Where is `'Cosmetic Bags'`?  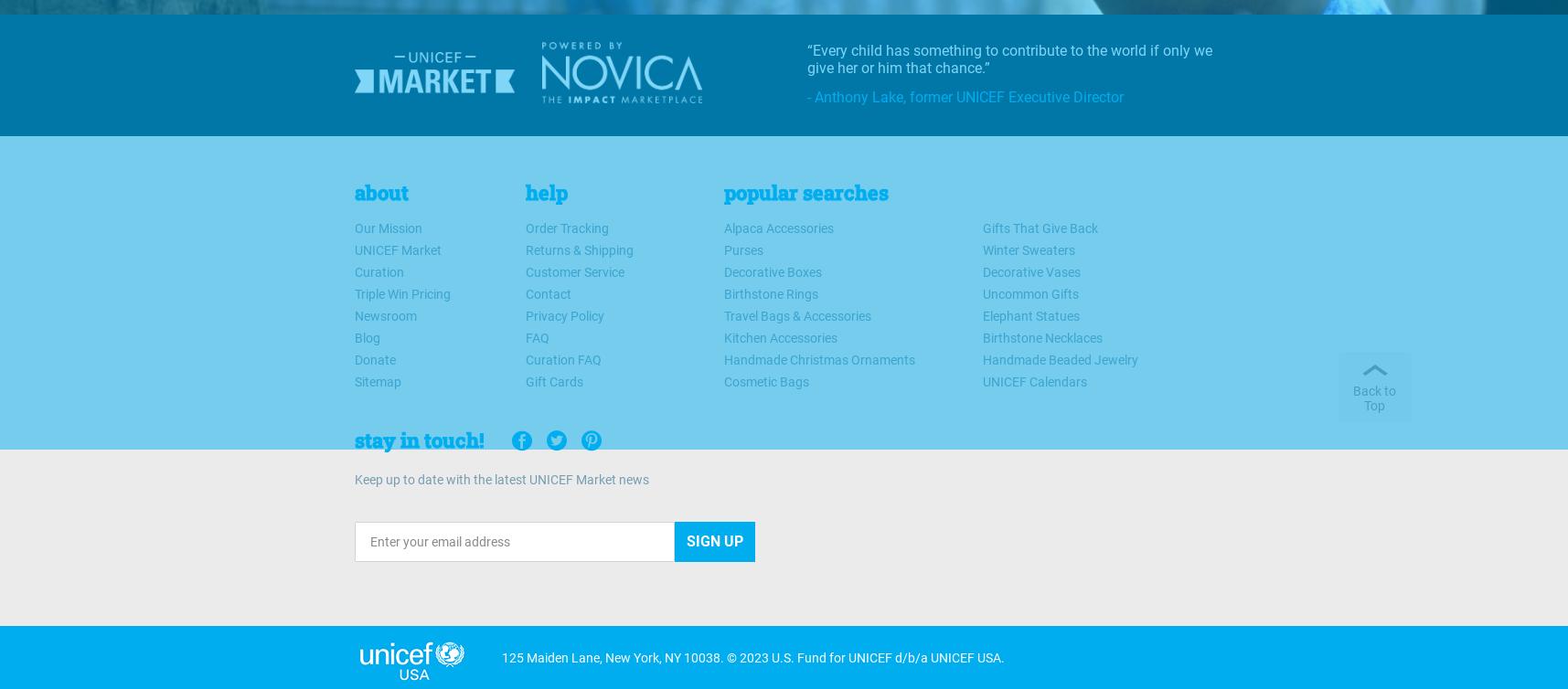
'Cosmetic Bags' is located at coordinates (764, 381).